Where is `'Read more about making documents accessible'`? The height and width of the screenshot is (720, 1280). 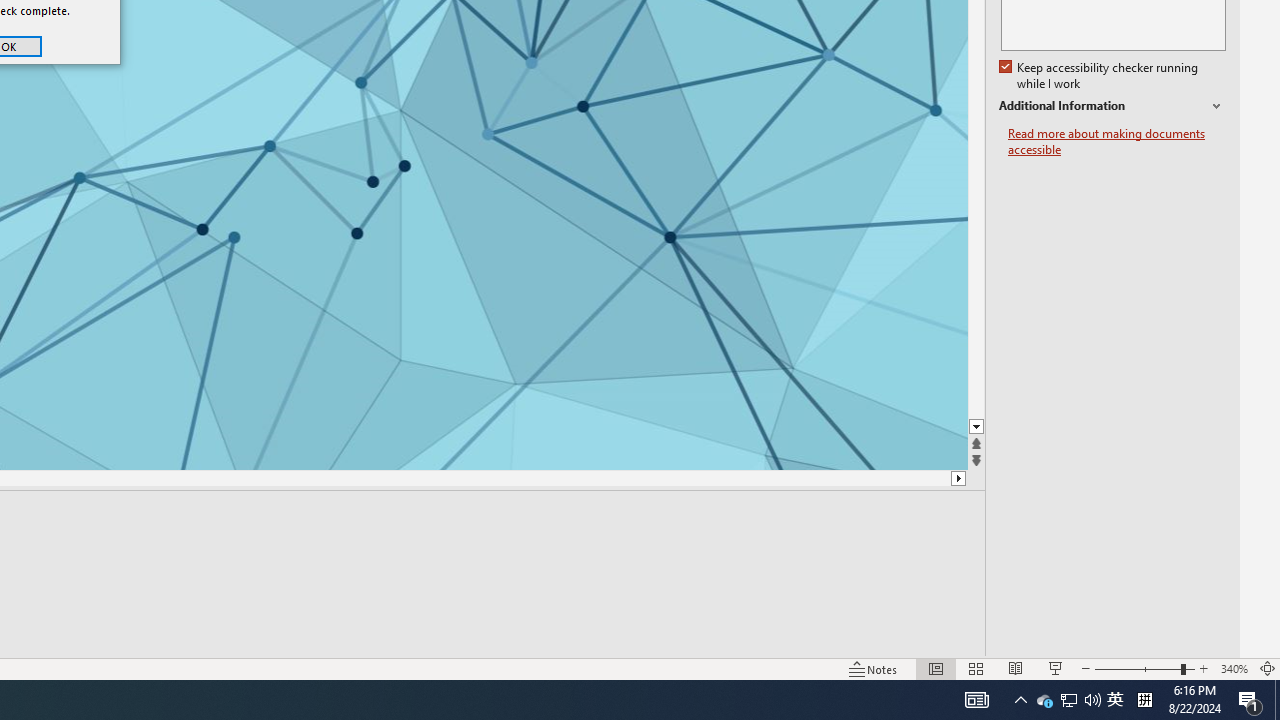 'Read more about making documents accessible' is located at coordinates (1116, 141).